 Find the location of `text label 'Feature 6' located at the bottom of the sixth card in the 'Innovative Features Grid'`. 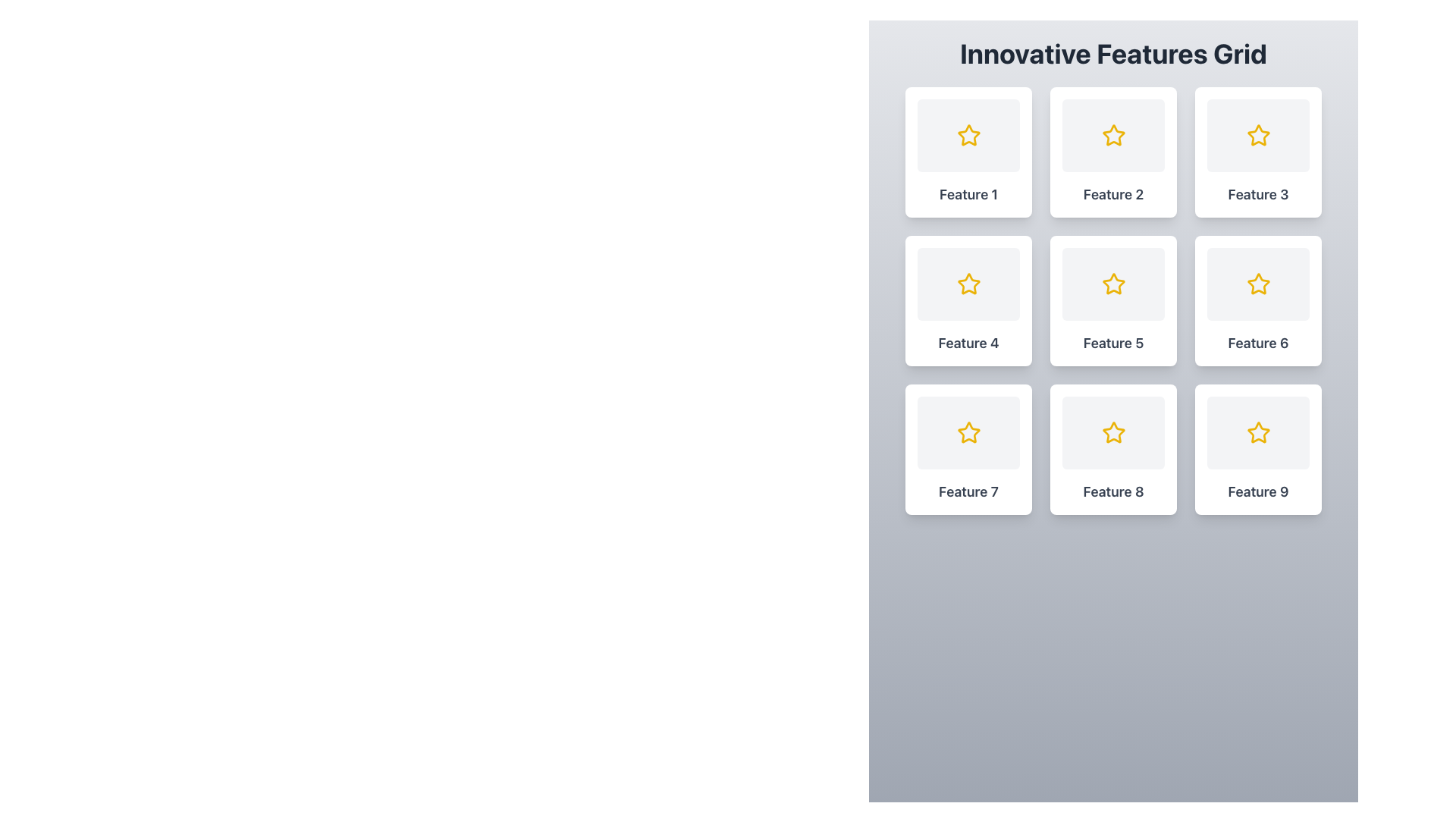

text label 'Feature 6' located at the bottom of the sixth card in the 'Innovative Features Grid' is located at coordinates (1258, 343).